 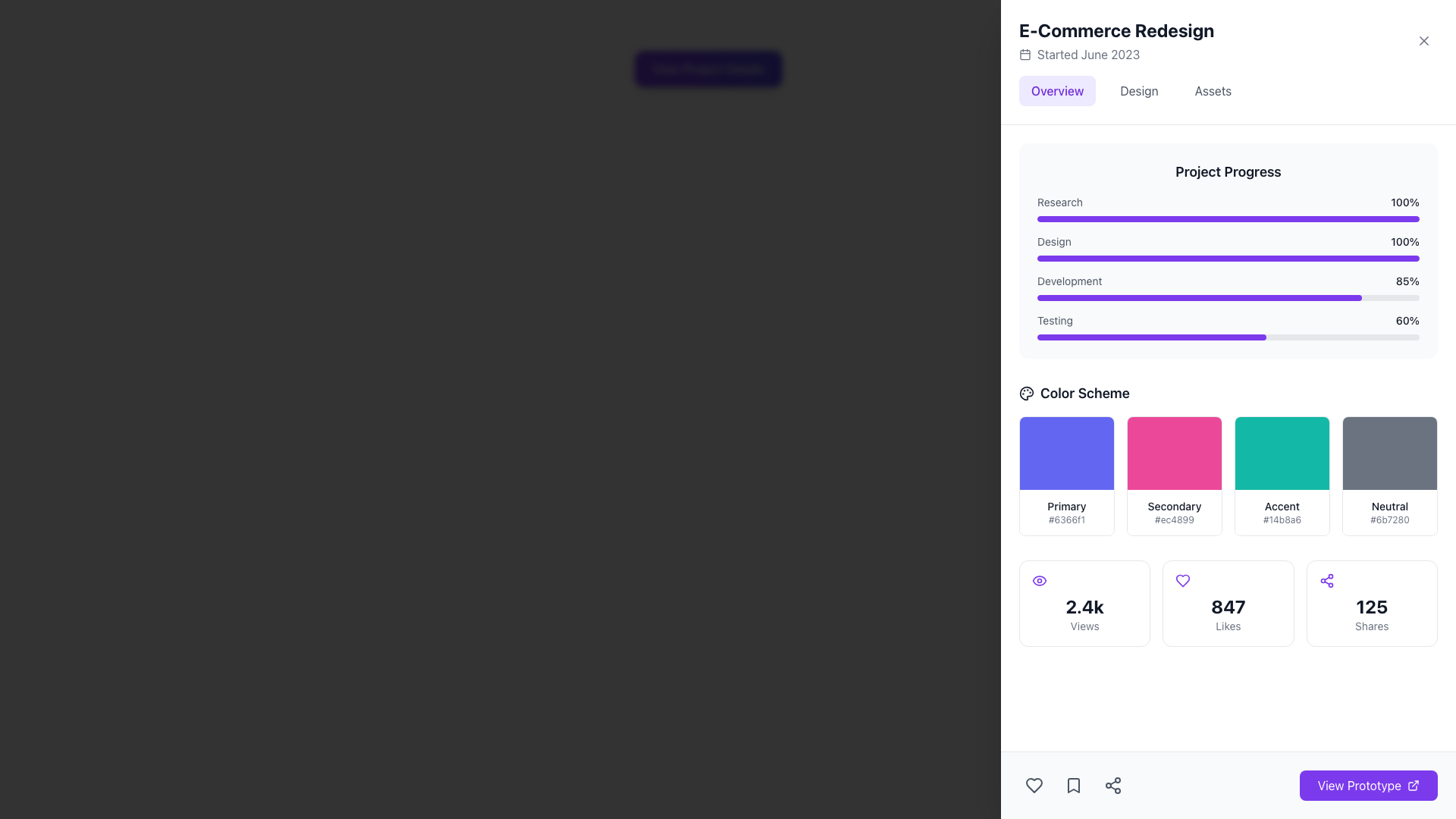 I want to click on the text label indicating the specific hex color value for the 'Secondary' block in the 'Color Scheme' section, so click(x=1174, y=519).